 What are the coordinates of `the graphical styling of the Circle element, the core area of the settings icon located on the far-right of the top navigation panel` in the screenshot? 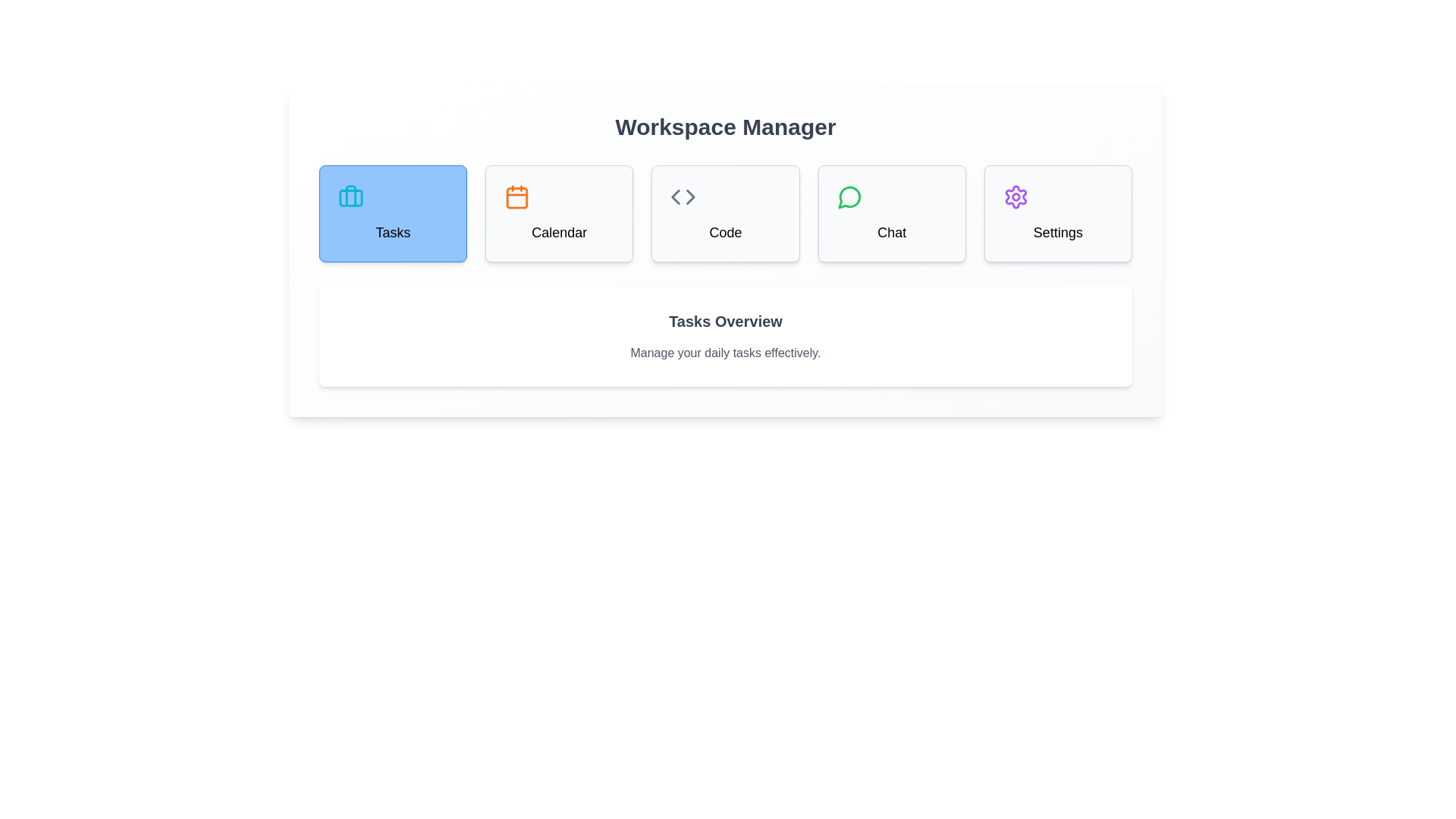 It's located at (1015, 196).